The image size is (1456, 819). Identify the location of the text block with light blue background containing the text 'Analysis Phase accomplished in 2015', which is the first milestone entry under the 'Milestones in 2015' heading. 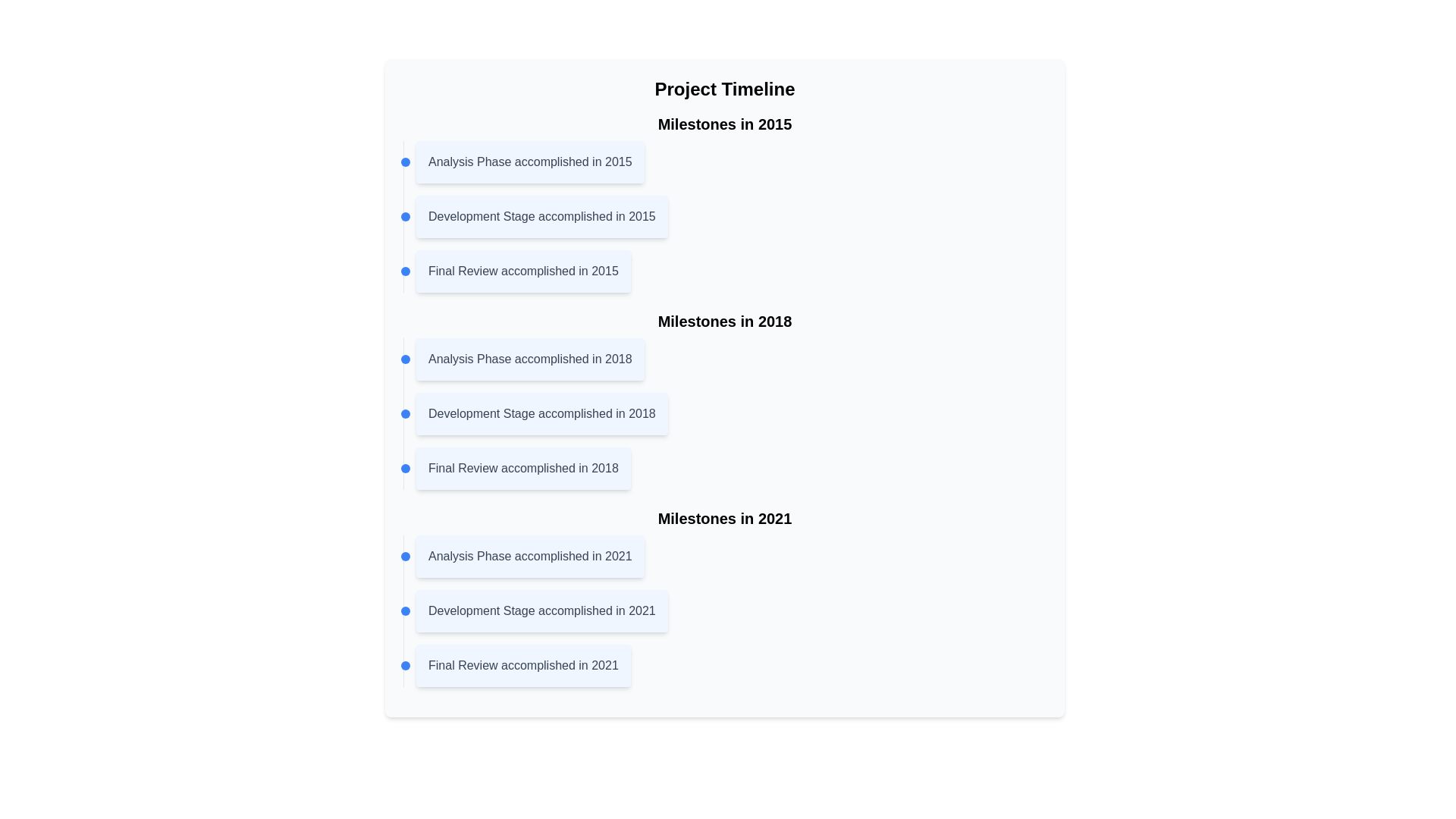
(530, 162).